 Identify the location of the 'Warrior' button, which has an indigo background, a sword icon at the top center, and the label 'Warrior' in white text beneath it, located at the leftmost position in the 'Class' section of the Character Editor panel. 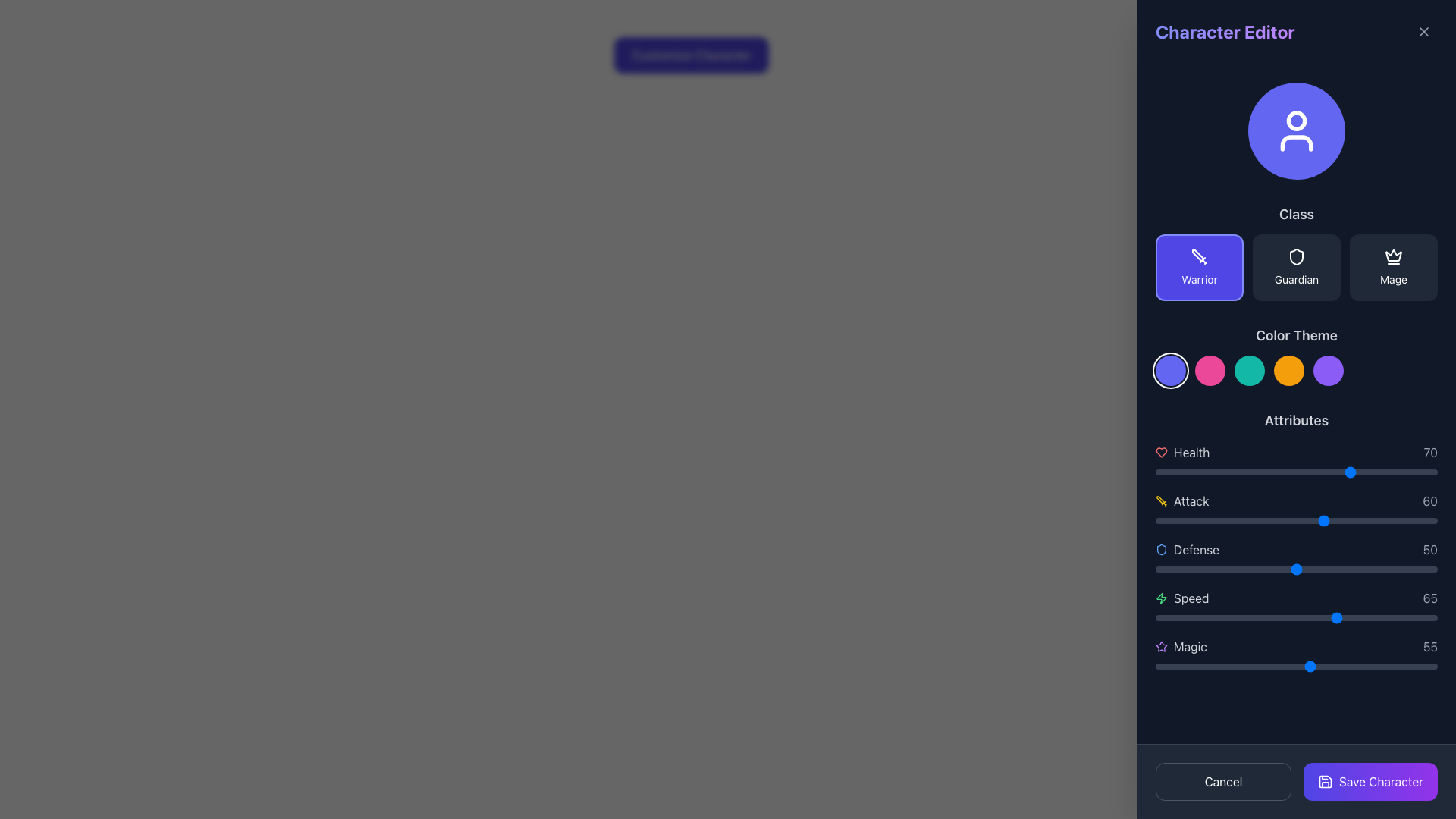
(1199, 267).